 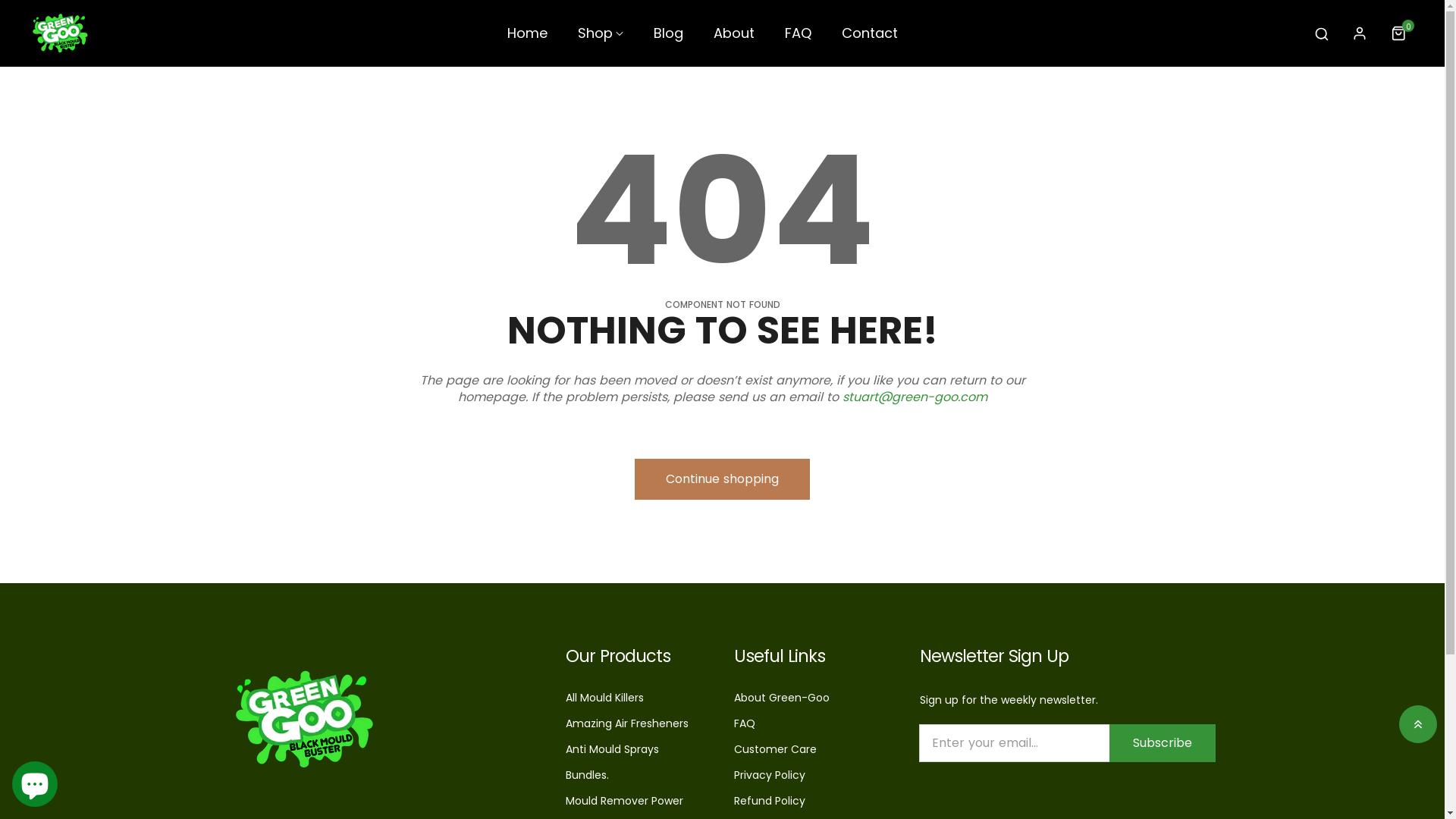 I want to click on 'Anti Mould Sprays', so click(x=564, y=748).